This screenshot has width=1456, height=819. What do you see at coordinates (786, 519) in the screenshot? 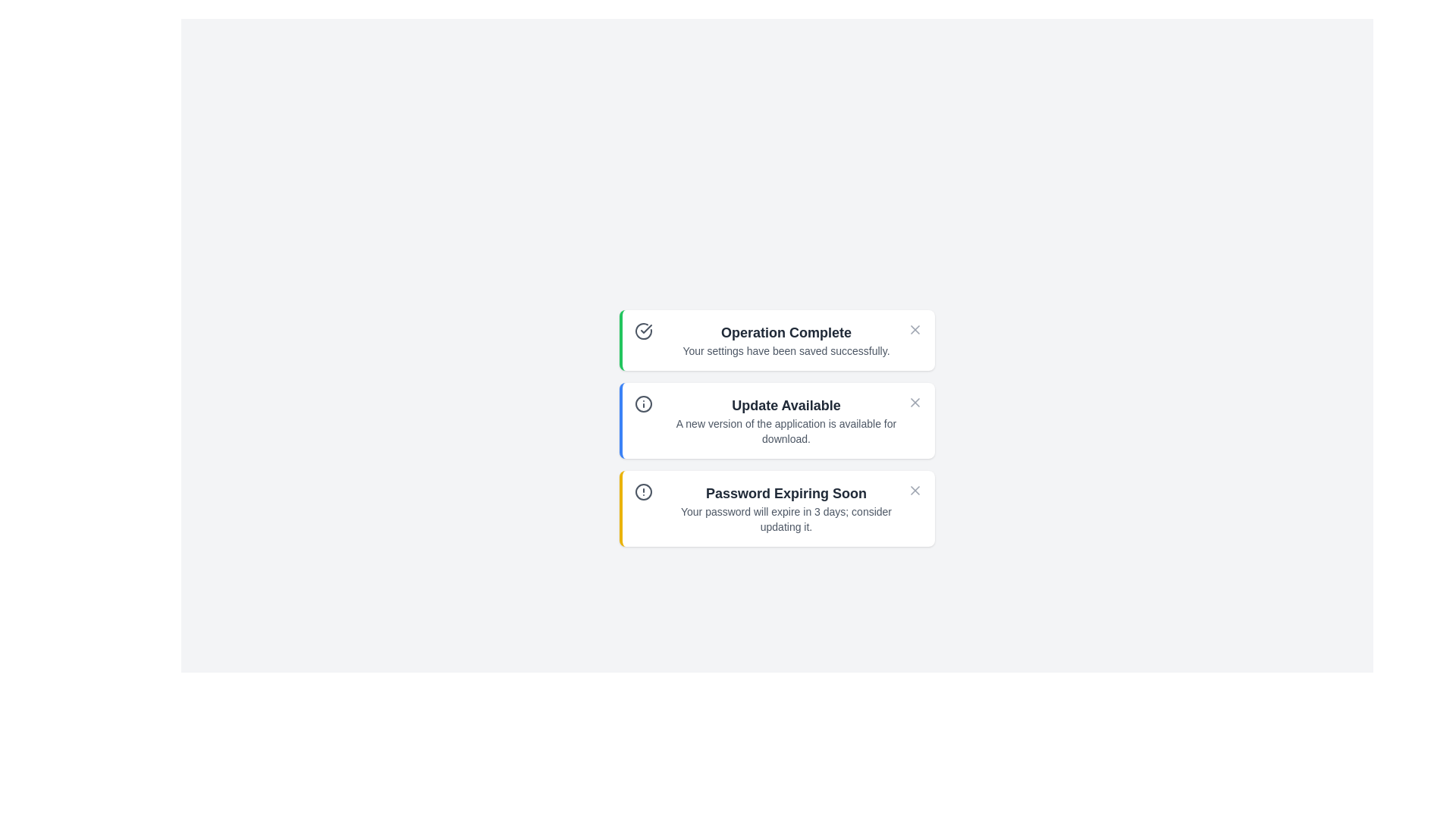
I see `the text component displaying the message: 'Your password will expire in 3 days; consider updating it.' which is styled in small gray font and positioned below the 'Password Expiring Soon' text` at bounding box center [786, 519].